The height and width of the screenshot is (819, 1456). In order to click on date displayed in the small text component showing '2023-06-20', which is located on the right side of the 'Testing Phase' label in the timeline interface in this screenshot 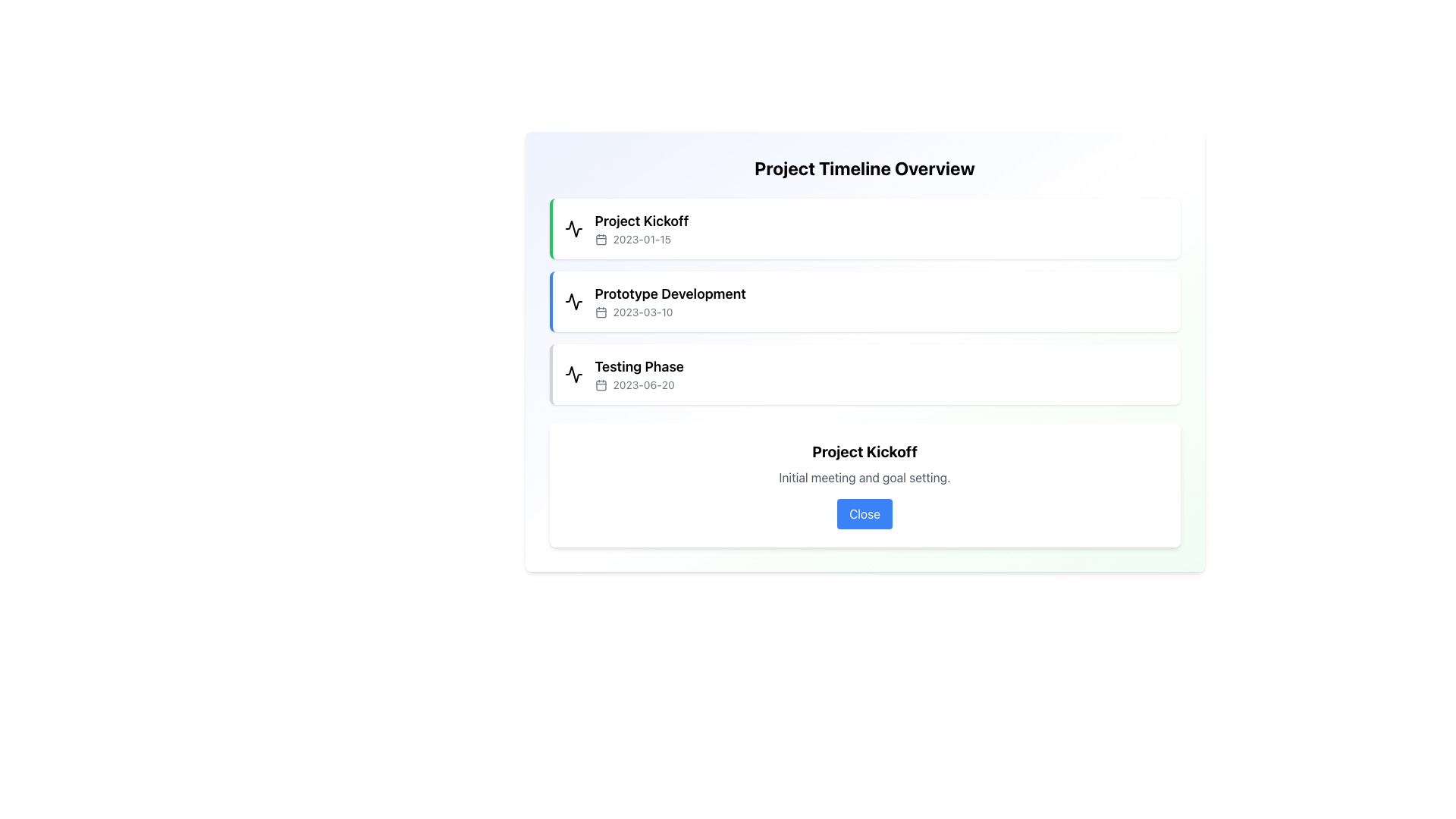, I will do `click(639, 384)`.